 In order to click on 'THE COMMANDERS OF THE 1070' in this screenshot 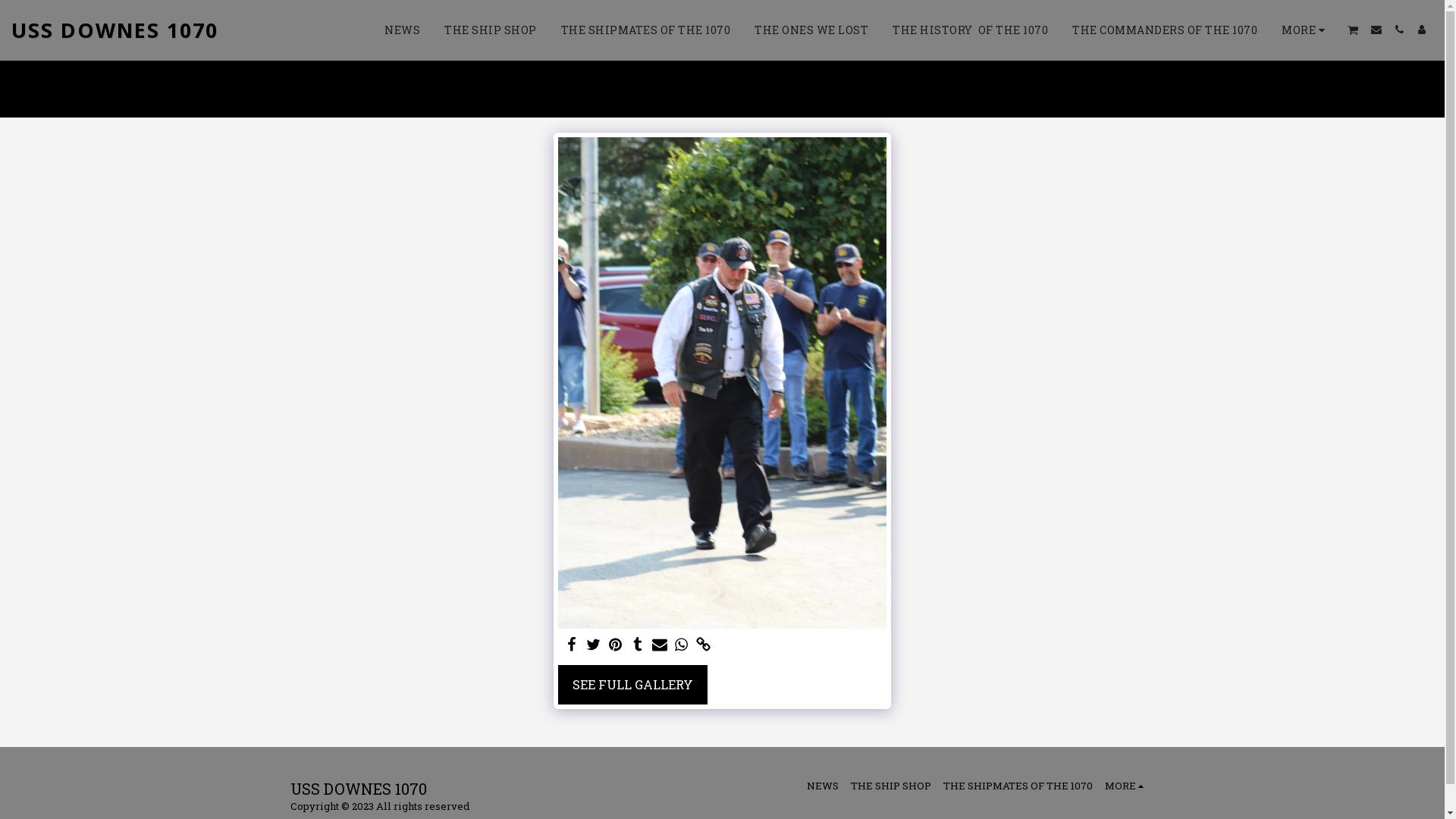, I will do `click(1164, 30)`.